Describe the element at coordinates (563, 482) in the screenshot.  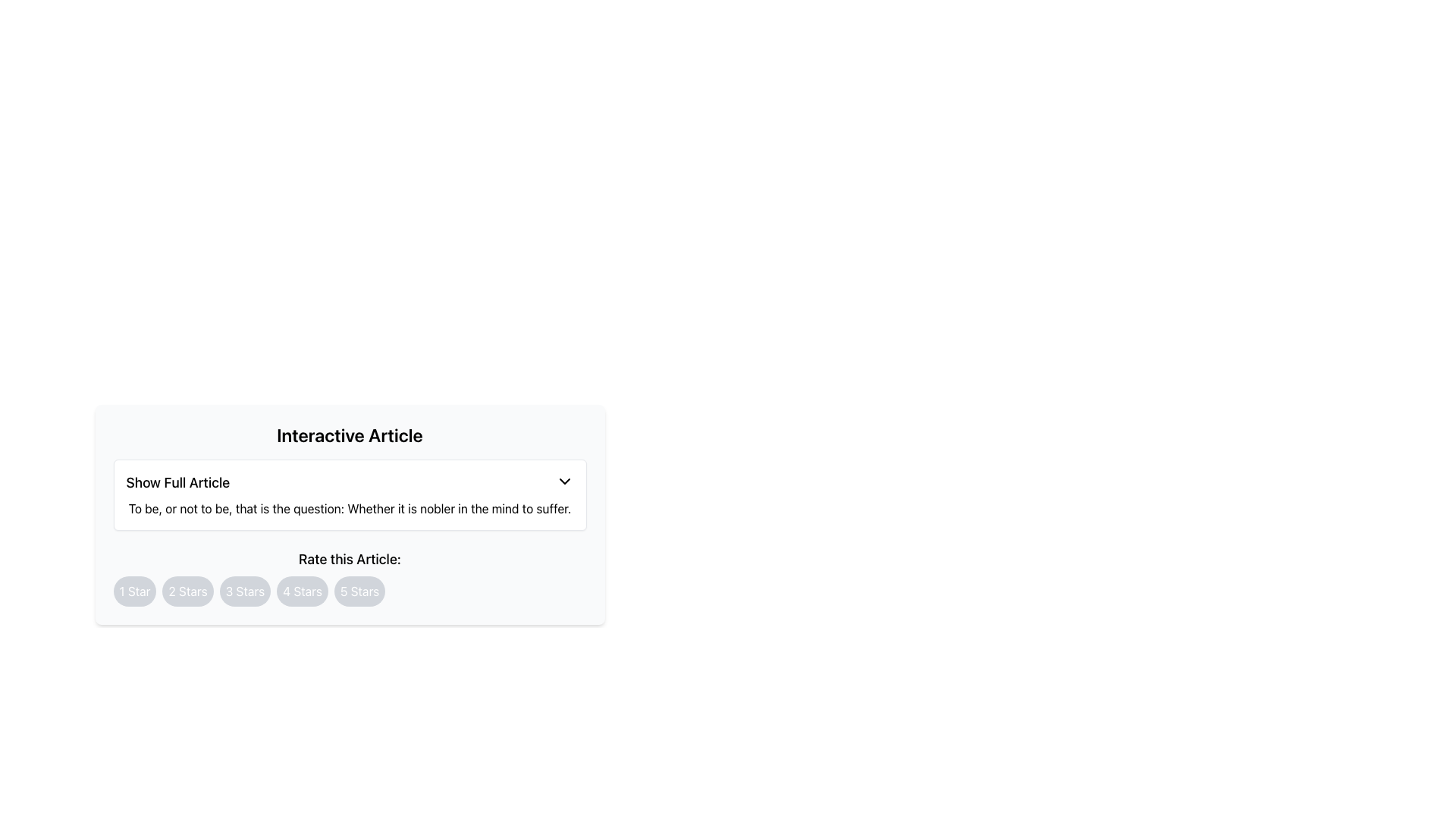
I see `the chevron icon located in the top-right corner of the 'Show Full Article' box` at that location.